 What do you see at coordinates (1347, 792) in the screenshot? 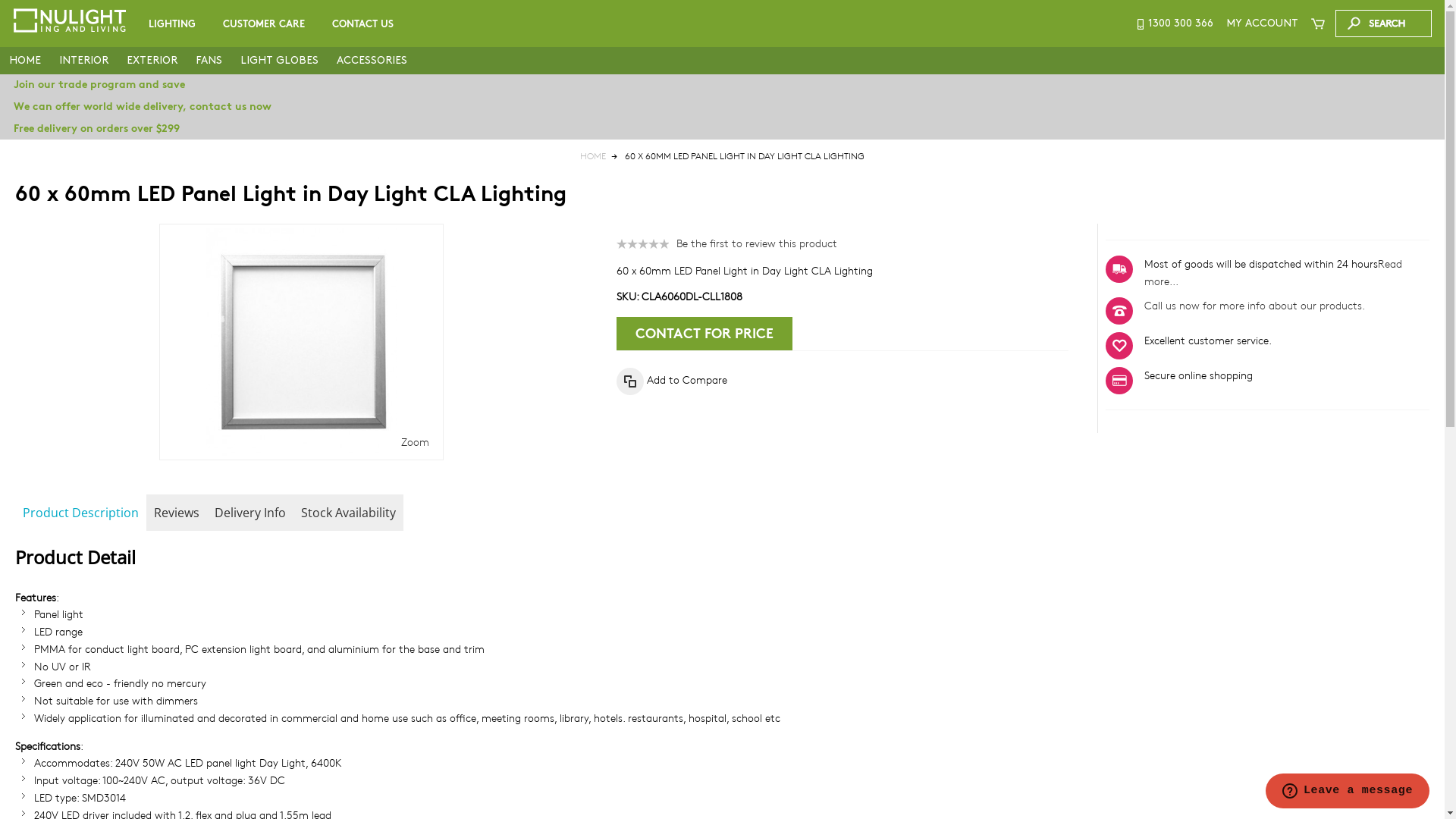
I see `'Opens a widget where you can chat to one of our agents'` at bounding box center [1347, 792].